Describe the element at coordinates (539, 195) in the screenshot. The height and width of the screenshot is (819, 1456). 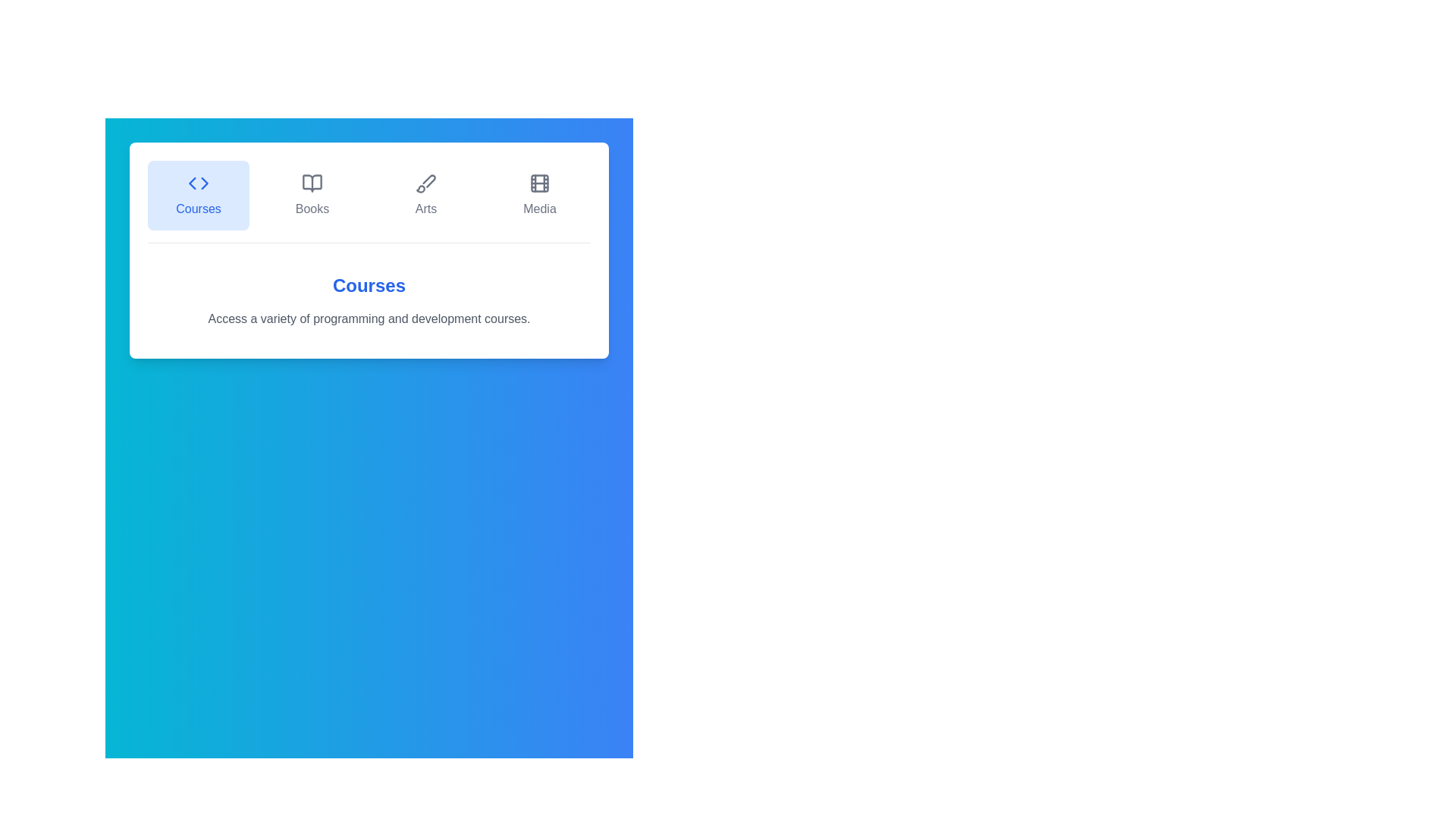
I see `the Media tab by clicking on its button` at that location.